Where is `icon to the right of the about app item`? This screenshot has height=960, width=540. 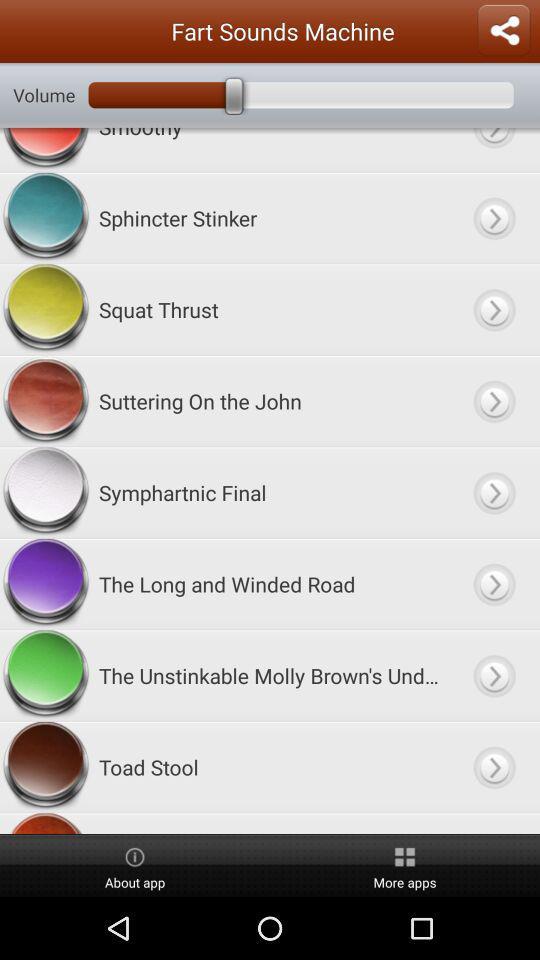 icon to the right of the about app item is located at coordinates (405, 865).